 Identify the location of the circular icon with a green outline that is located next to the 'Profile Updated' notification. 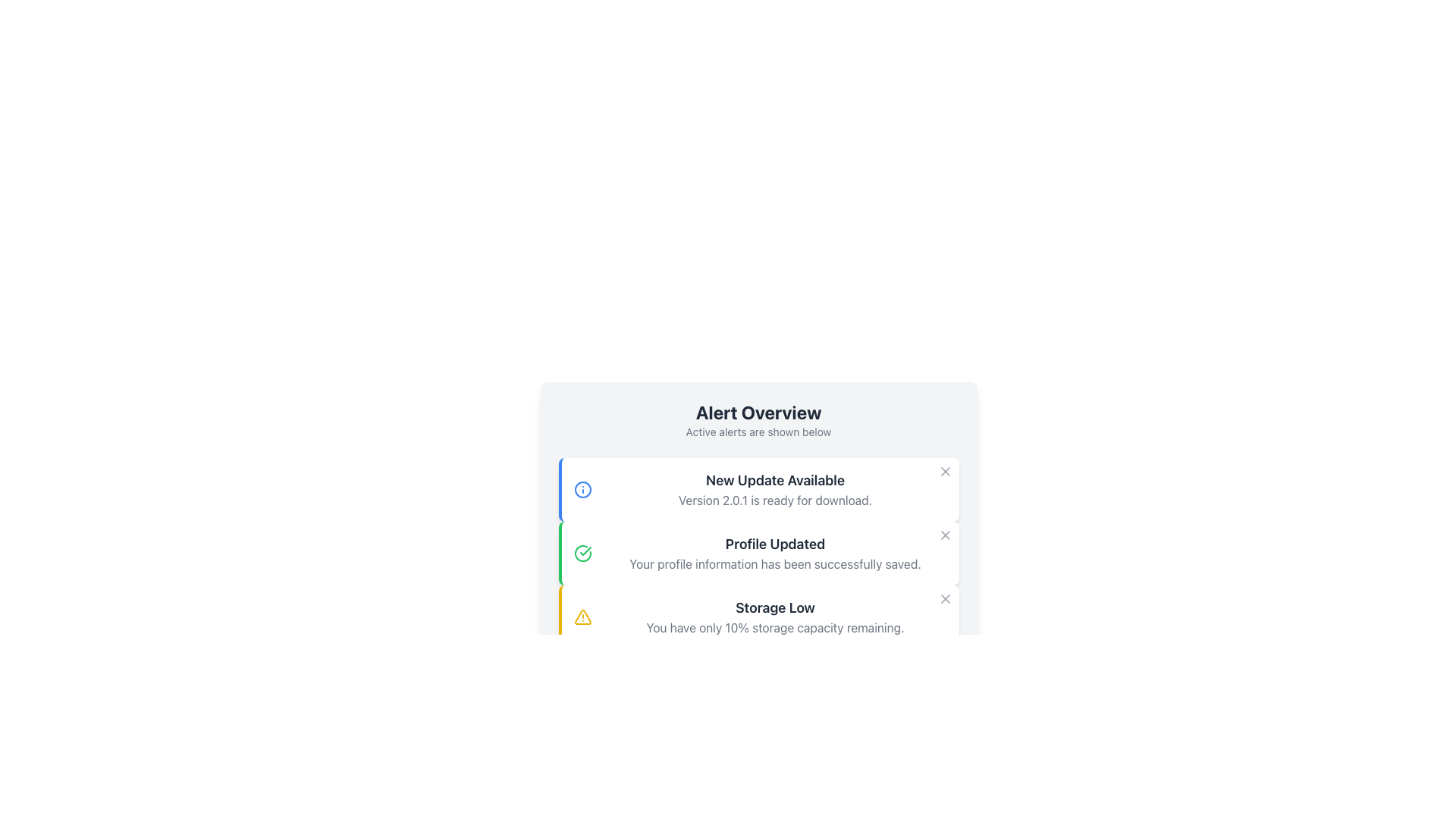
(582, 553).